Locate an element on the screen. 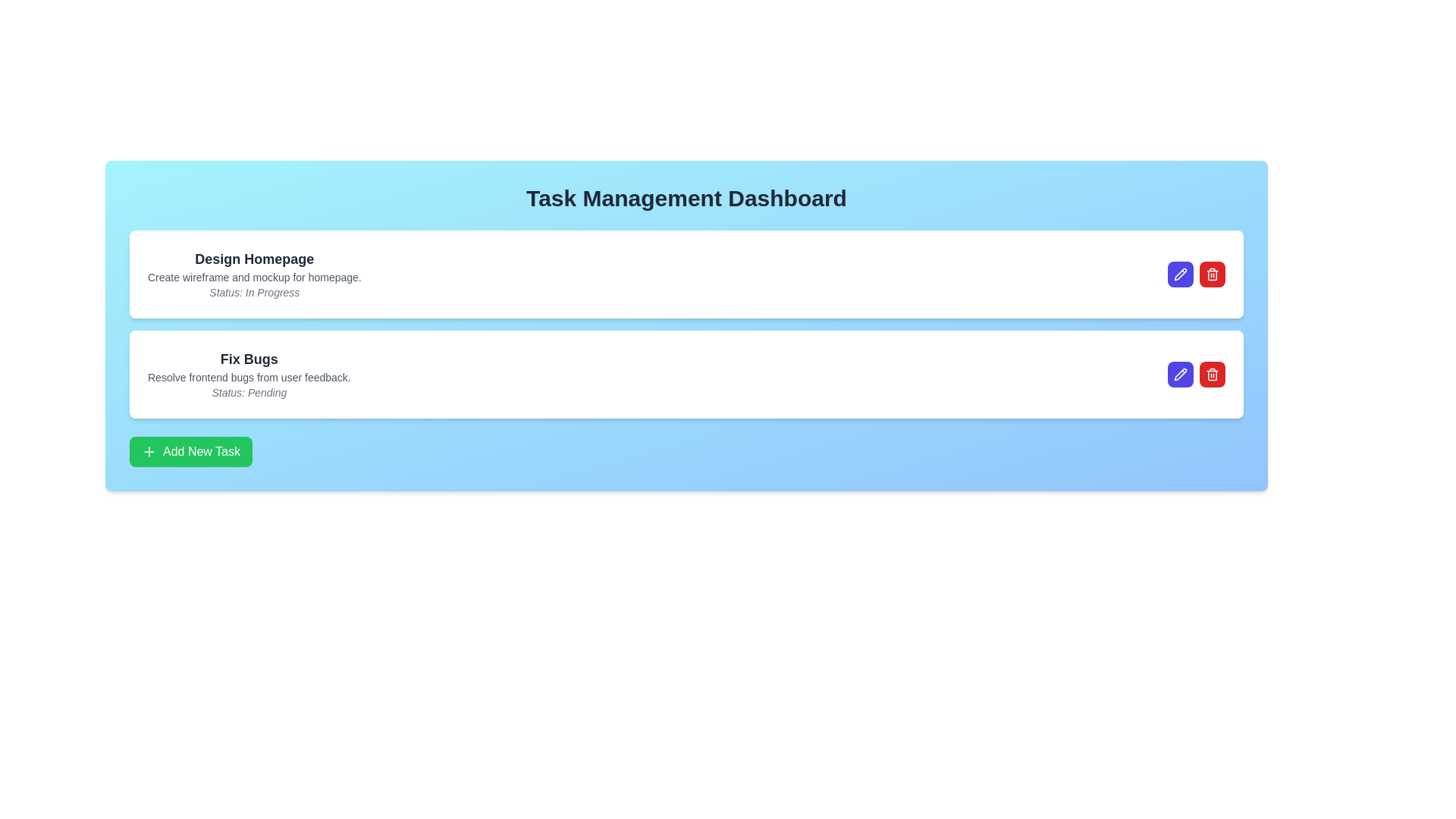 The image size is (1456, 819). the text label that provides additional details about the task 'Design Homepage', which is positioned below the 'Design Homepage' text and above 'Status: In Progress' in the first task card is located at coordinates (254, 278).